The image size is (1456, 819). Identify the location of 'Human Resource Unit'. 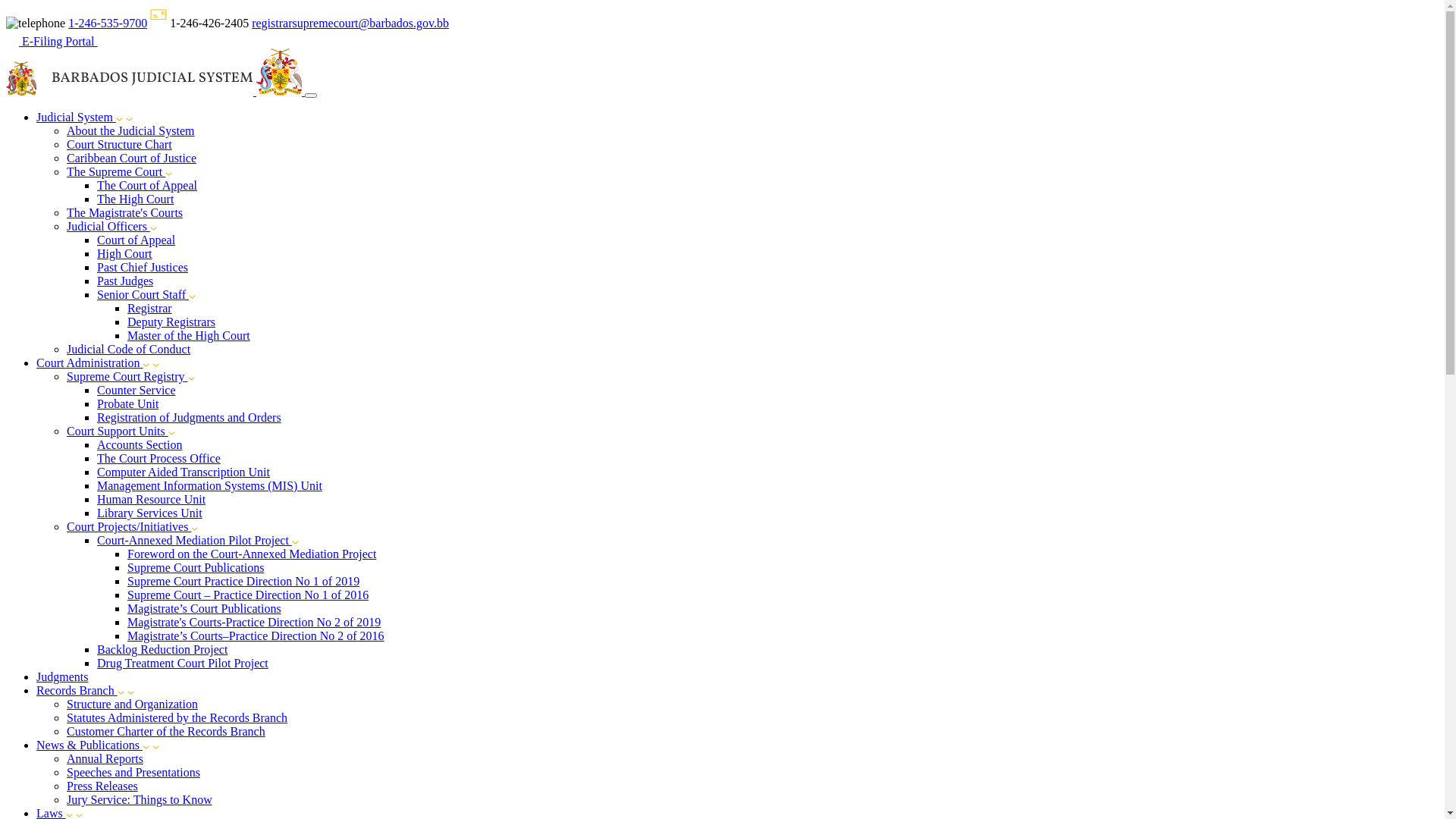
(151, 499).